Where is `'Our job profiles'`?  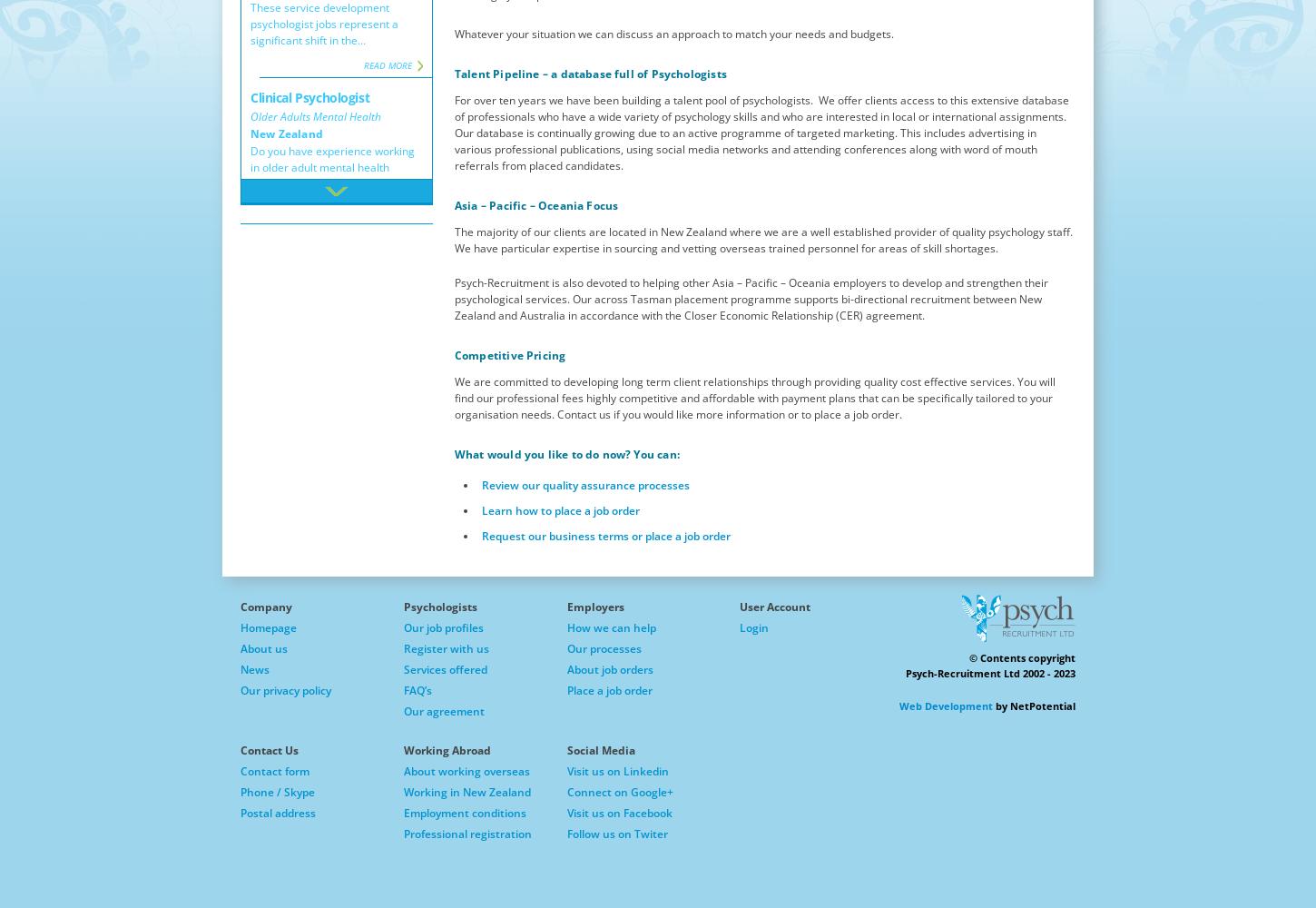
'Our job profiles' is located at coordinates (443, 627).